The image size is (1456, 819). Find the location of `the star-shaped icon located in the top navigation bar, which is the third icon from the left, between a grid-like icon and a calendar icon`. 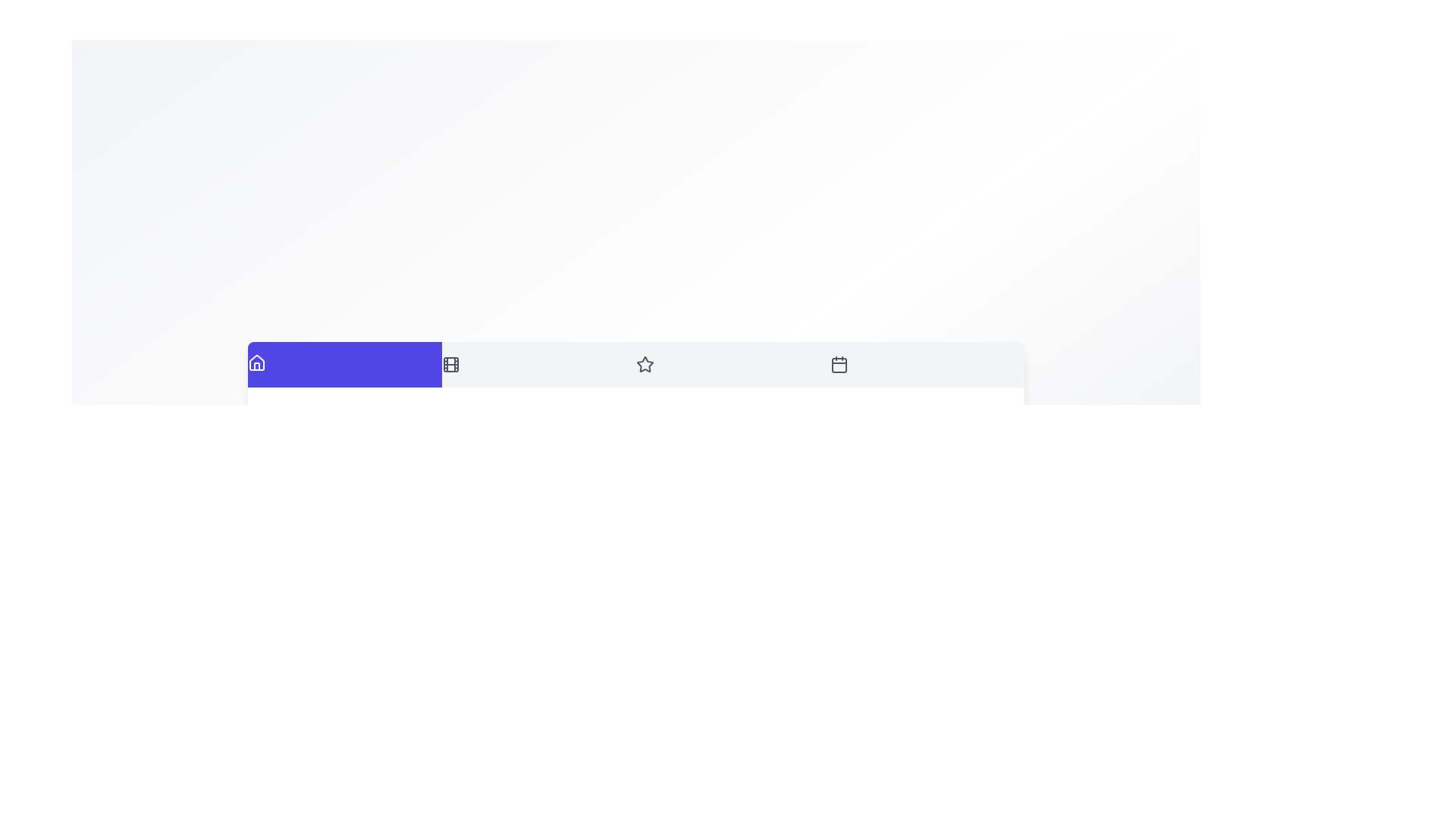

the star-shaped icon located in the top navigation bar, which is the third icon from the left, between a grid-like icon and a calendar icon is located at coordinates (645, 364).